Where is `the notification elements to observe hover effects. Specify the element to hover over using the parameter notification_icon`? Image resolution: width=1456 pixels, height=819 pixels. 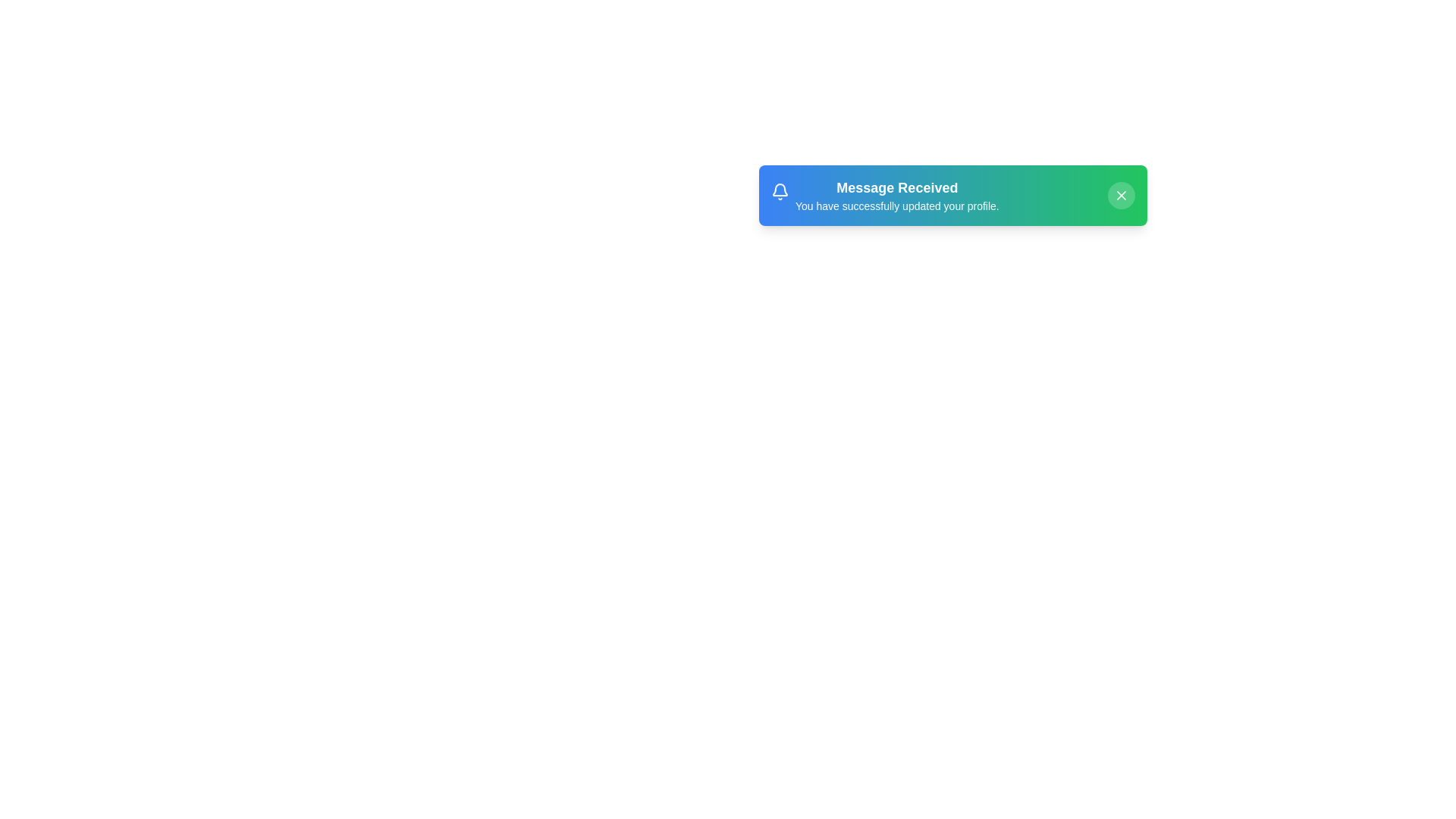
the notification elements to observe hover effects. Specify the element to hover over using the parameter notification_icon is located at coordinates (780, 193).